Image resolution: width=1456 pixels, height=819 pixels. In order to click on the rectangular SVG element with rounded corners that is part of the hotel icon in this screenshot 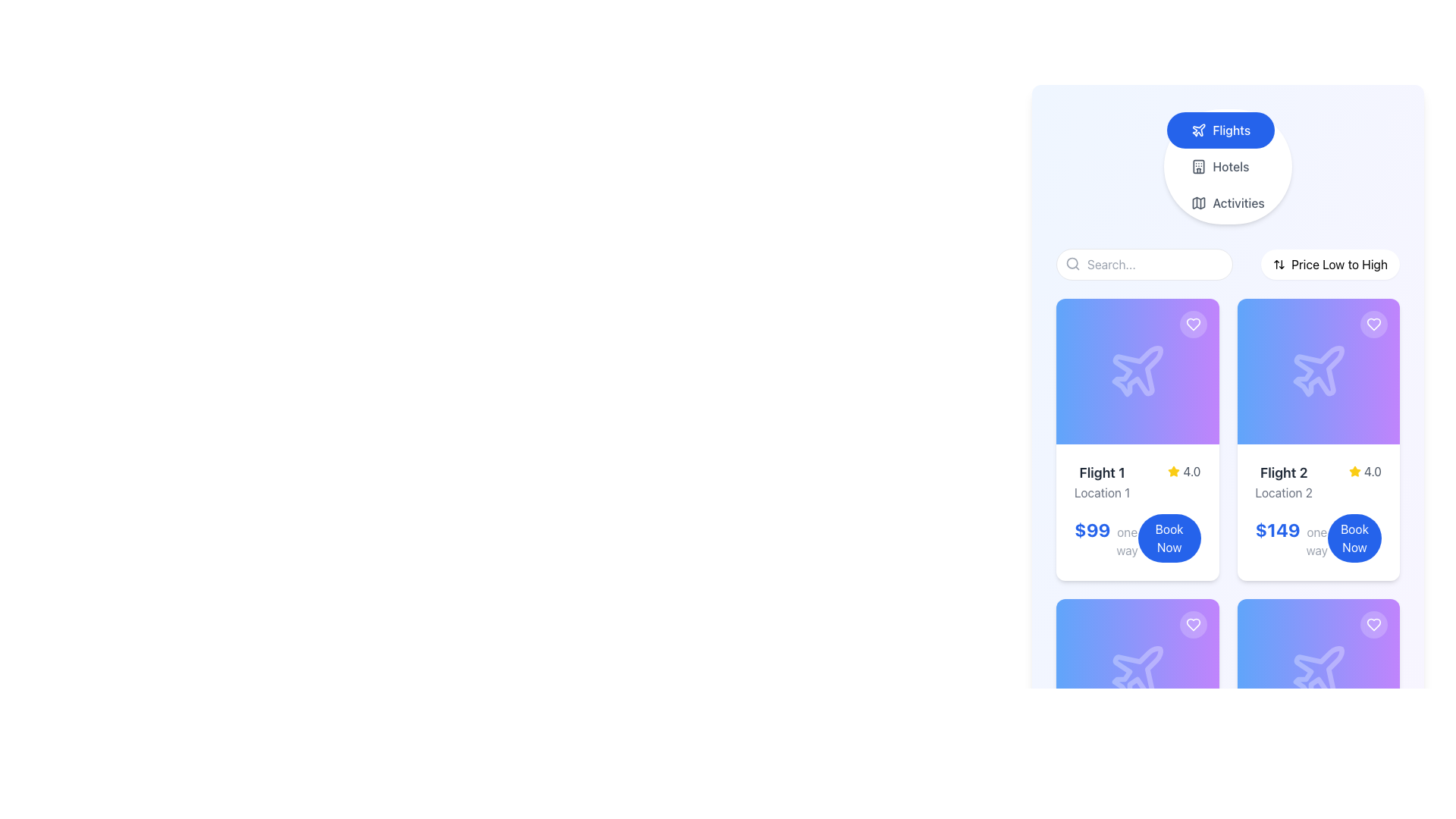, I will do `click(1198, 166)`.